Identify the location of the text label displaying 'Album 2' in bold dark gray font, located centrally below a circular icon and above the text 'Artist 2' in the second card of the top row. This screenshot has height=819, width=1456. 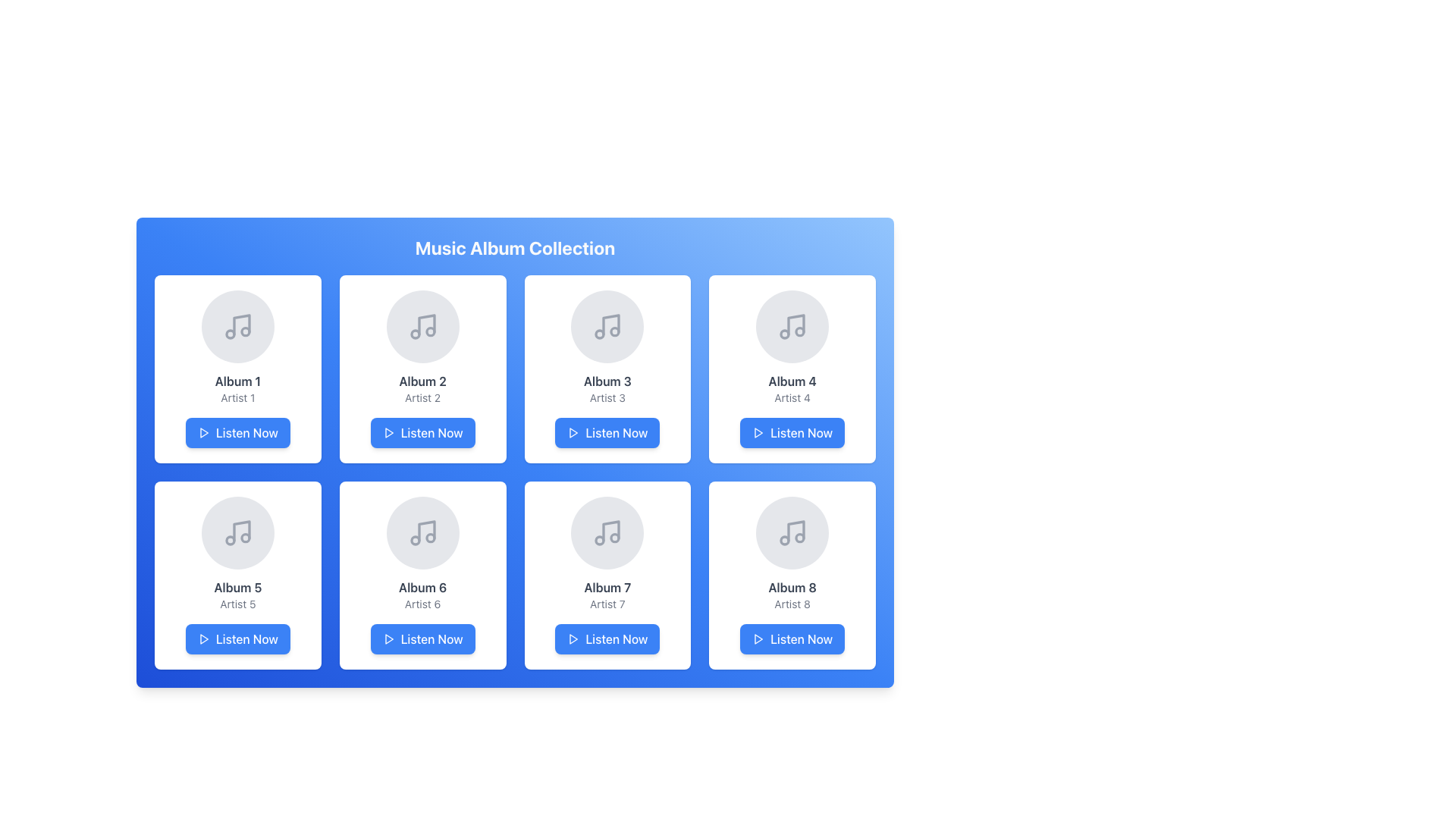
(422, 380).